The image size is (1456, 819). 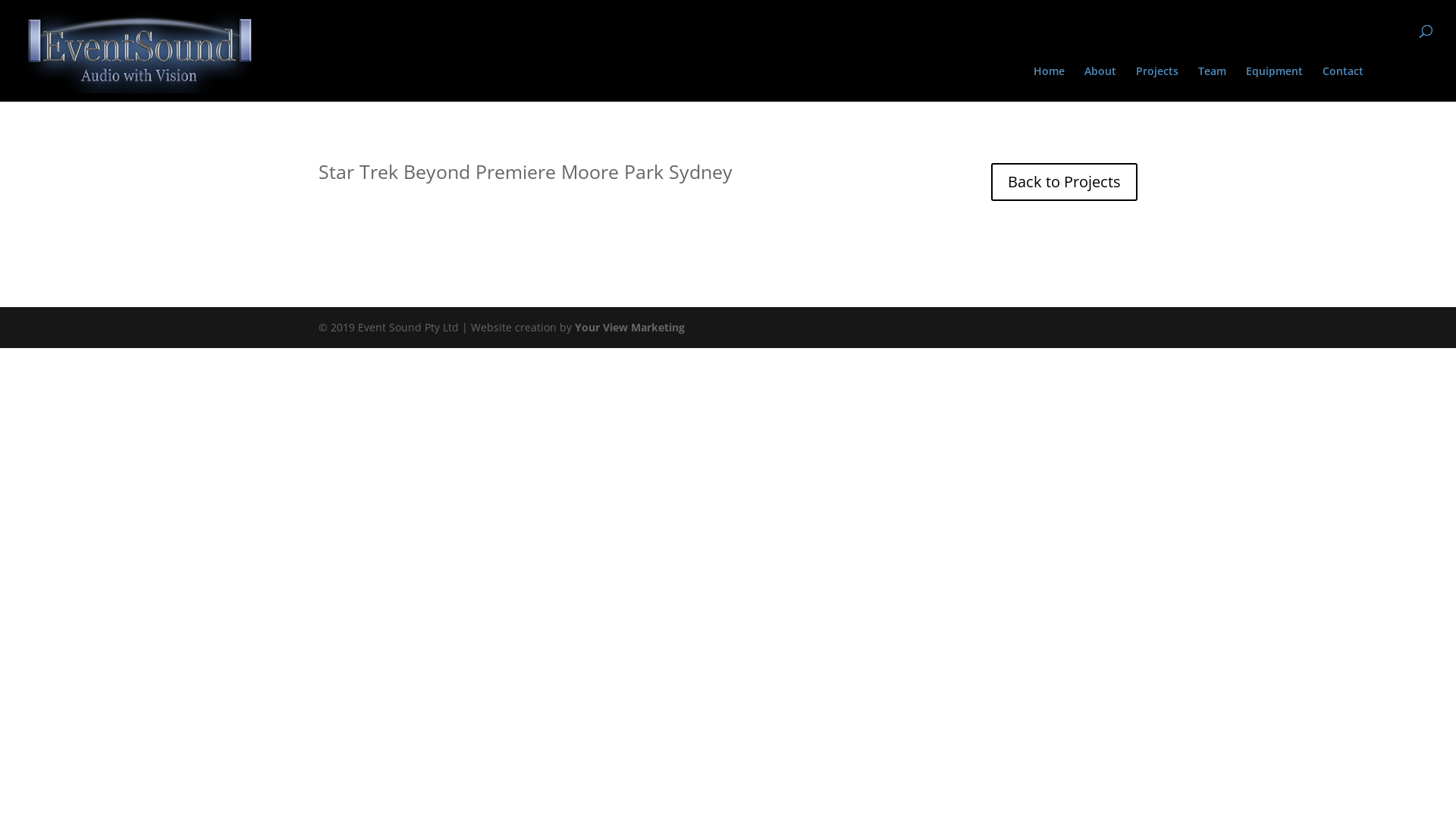 I want to click on 'About', so click(x=1100, y=83).